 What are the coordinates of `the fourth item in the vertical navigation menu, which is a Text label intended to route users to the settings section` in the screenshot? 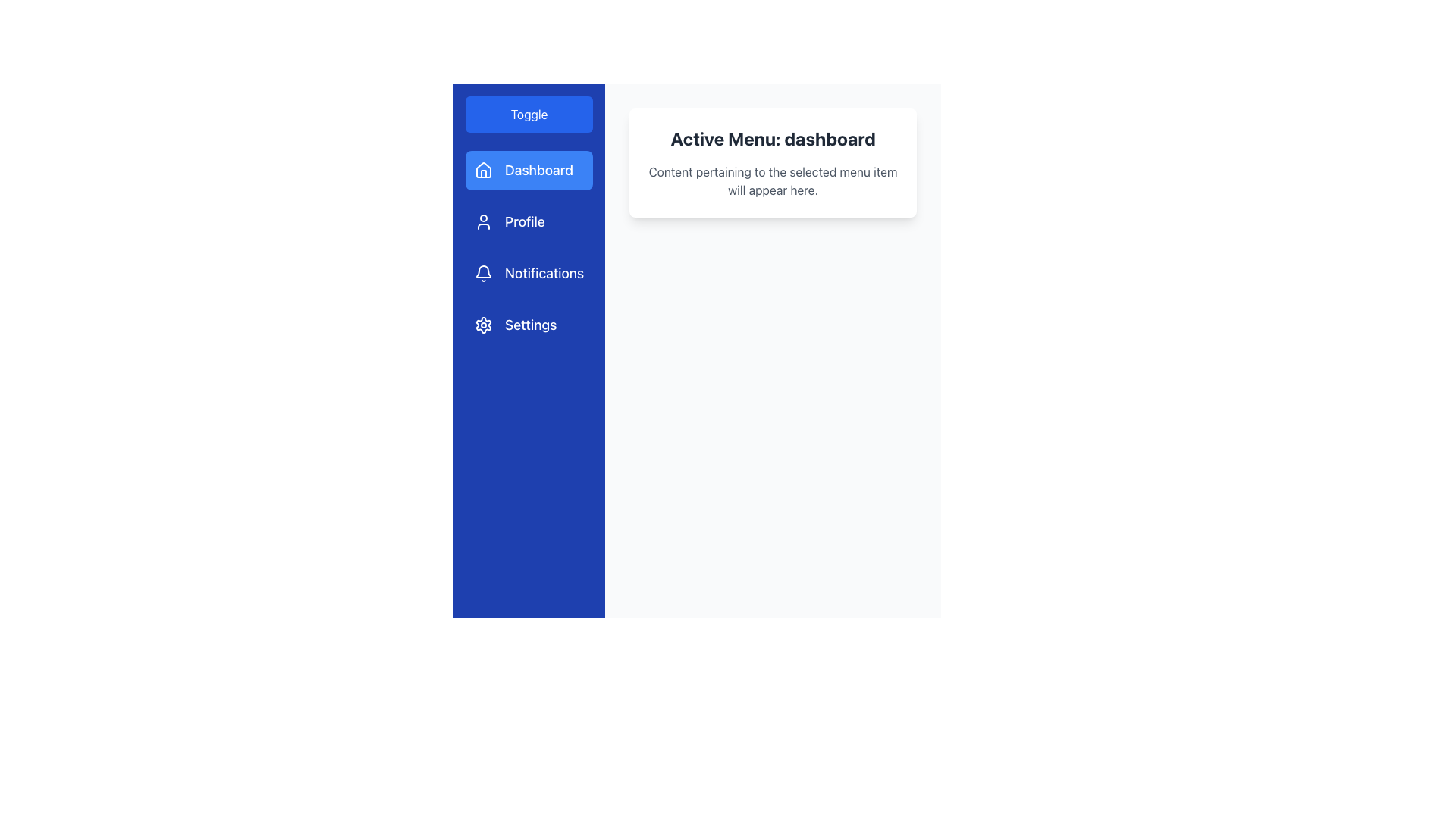 It's located at (531, 324).